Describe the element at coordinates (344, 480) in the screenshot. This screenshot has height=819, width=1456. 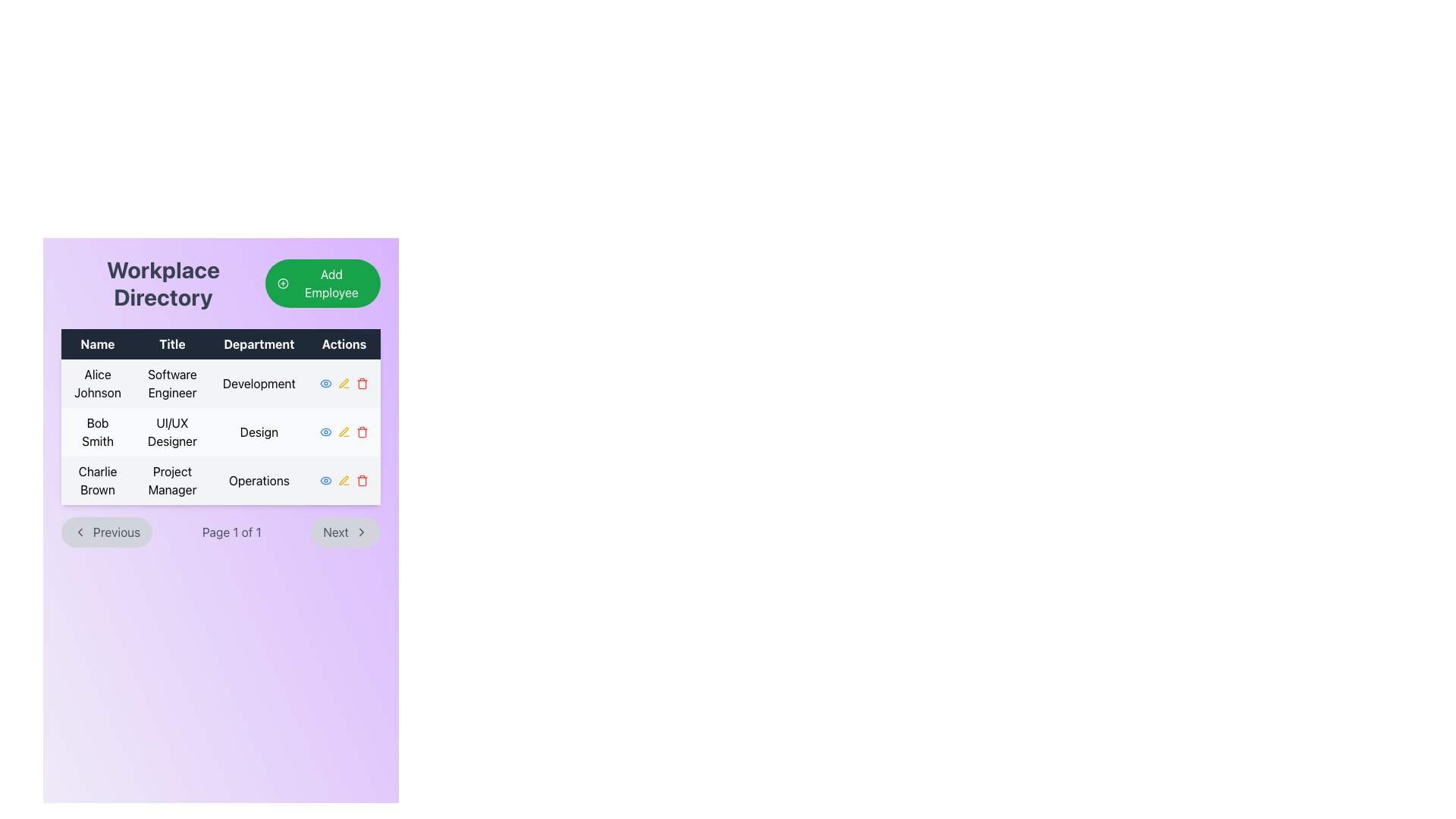
I see `the button in the third row of the table under the 'Actions' column` at that location.